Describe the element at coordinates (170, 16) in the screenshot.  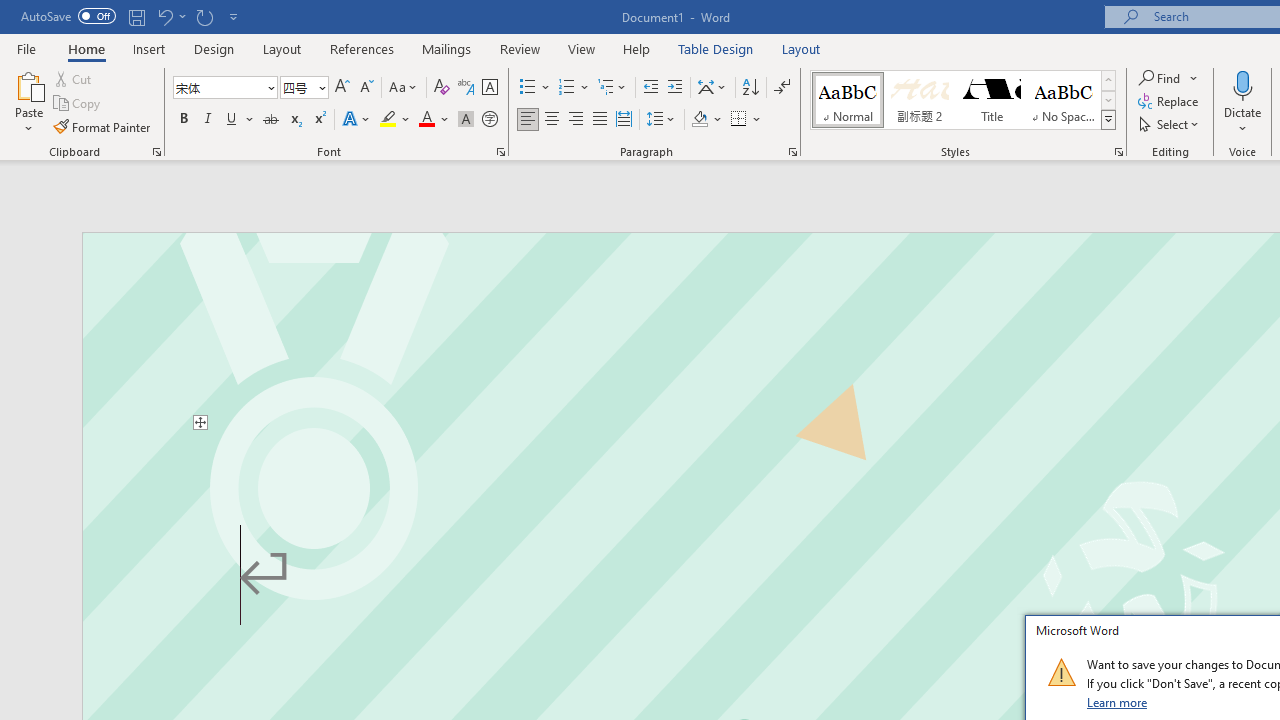
I see `'Undo Text Fill Effect'` at that location.